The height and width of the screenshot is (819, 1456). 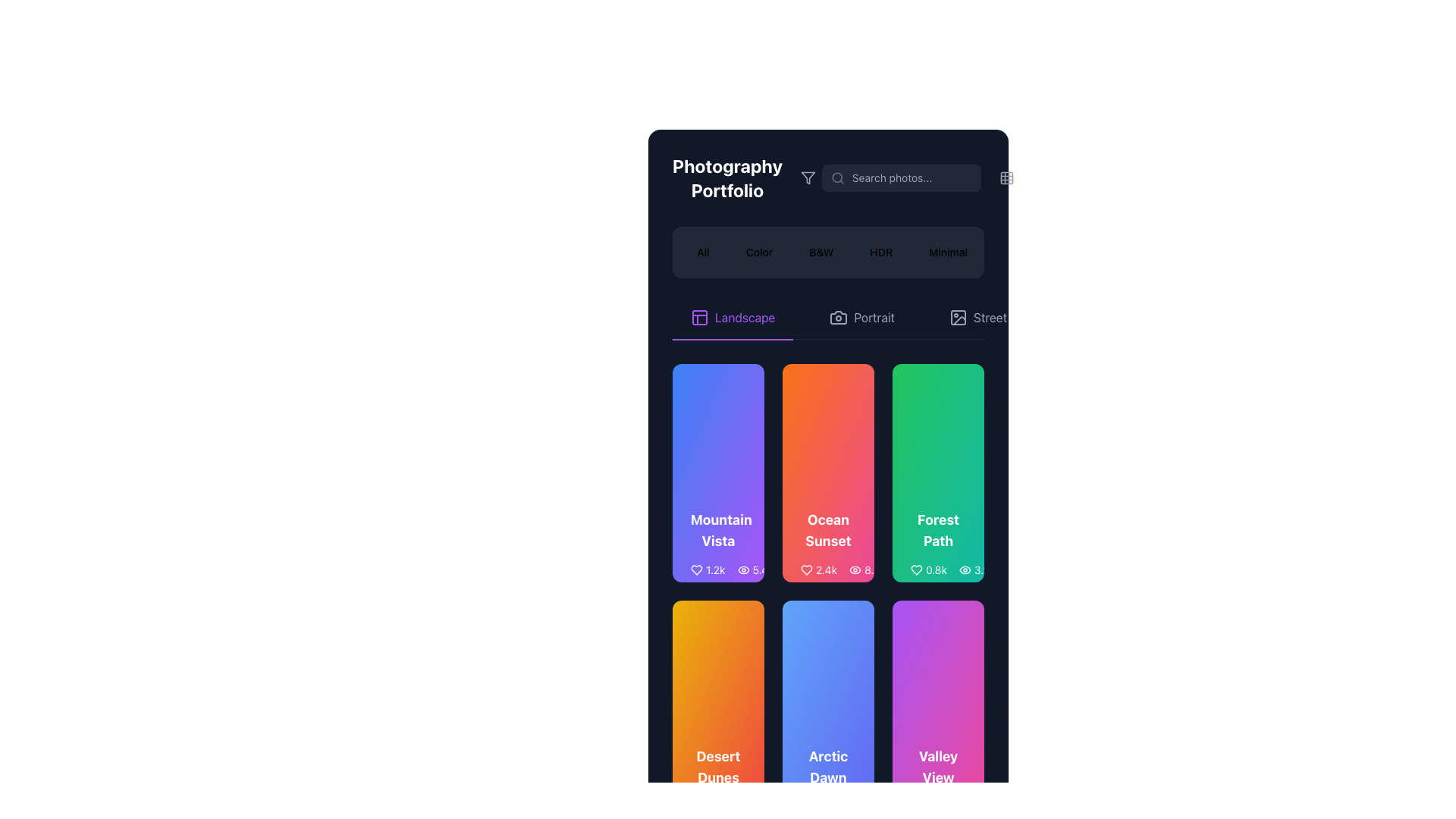 What do you see at coordinates (836, 177) in the screenshot?
I see `the magnifying glass icon located at the top-right corner of the page, adjacent to the search bar, to initiate a search action or focus on the search bar` at bounding box center [836, 177].